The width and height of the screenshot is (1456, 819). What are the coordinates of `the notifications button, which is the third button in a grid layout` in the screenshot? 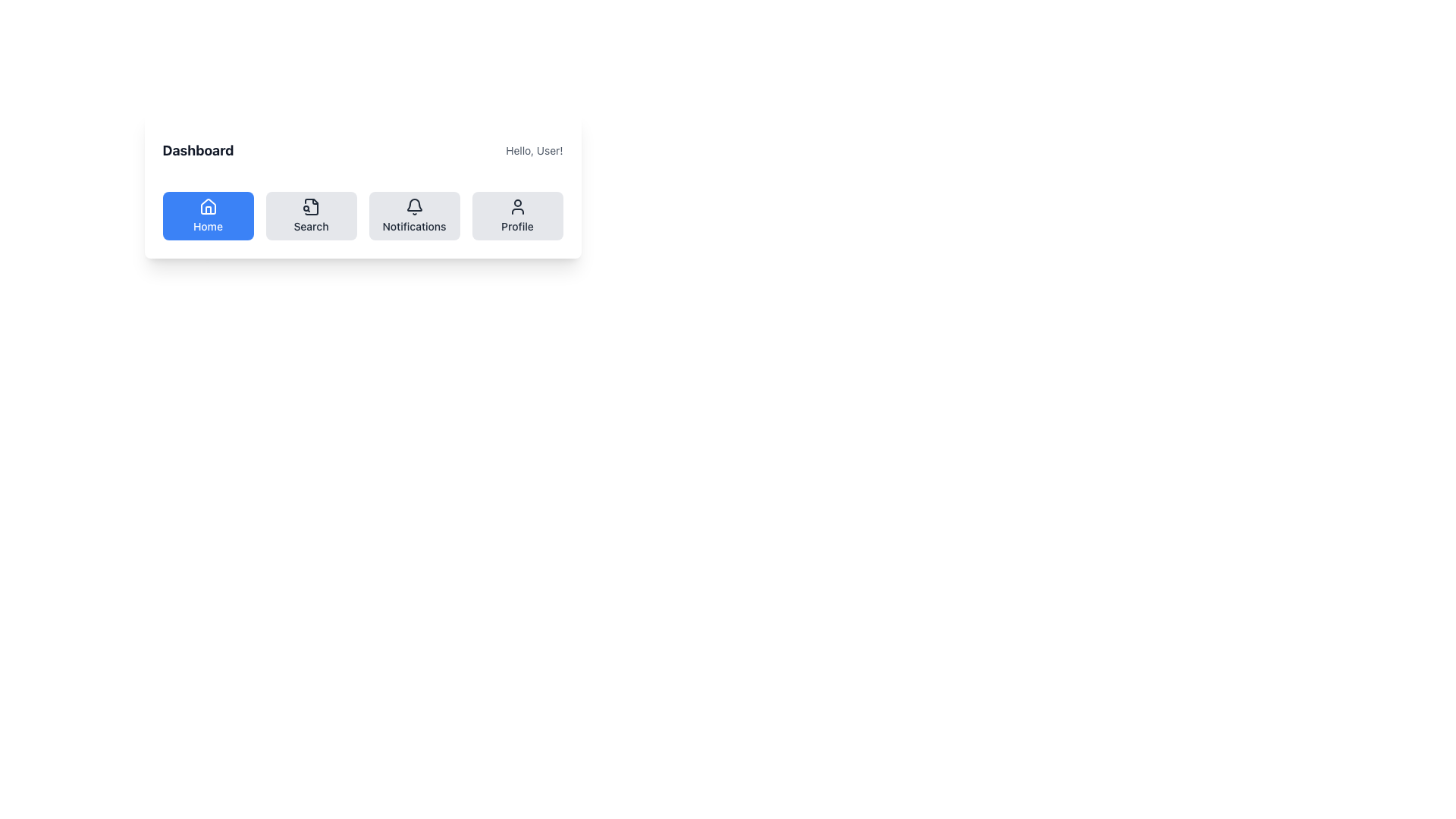 It's located at (414, 216).